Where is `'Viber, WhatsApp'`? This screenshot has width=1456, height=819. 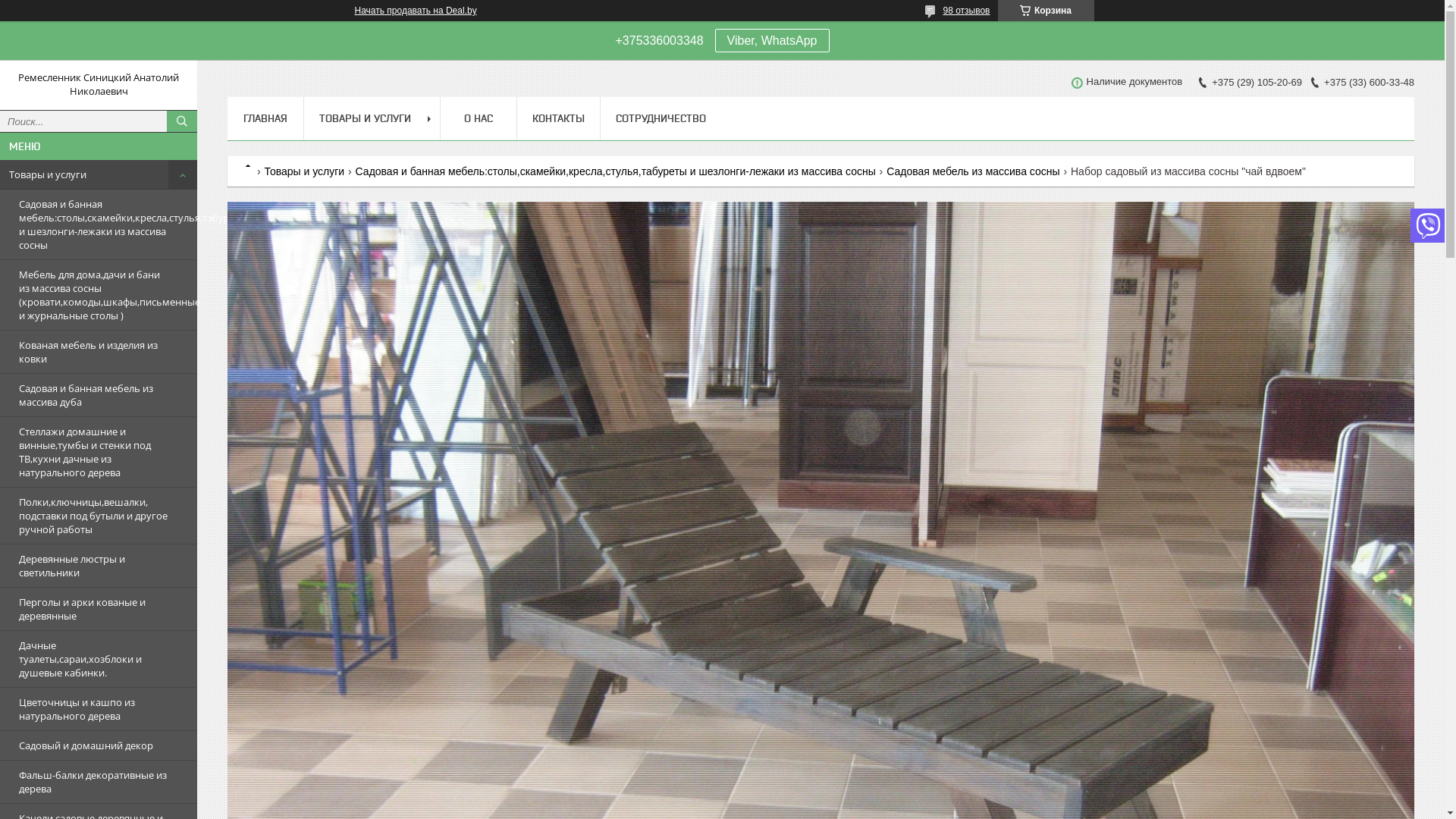
'Viber, WhatsApp' is located at coordinates (772, 39).